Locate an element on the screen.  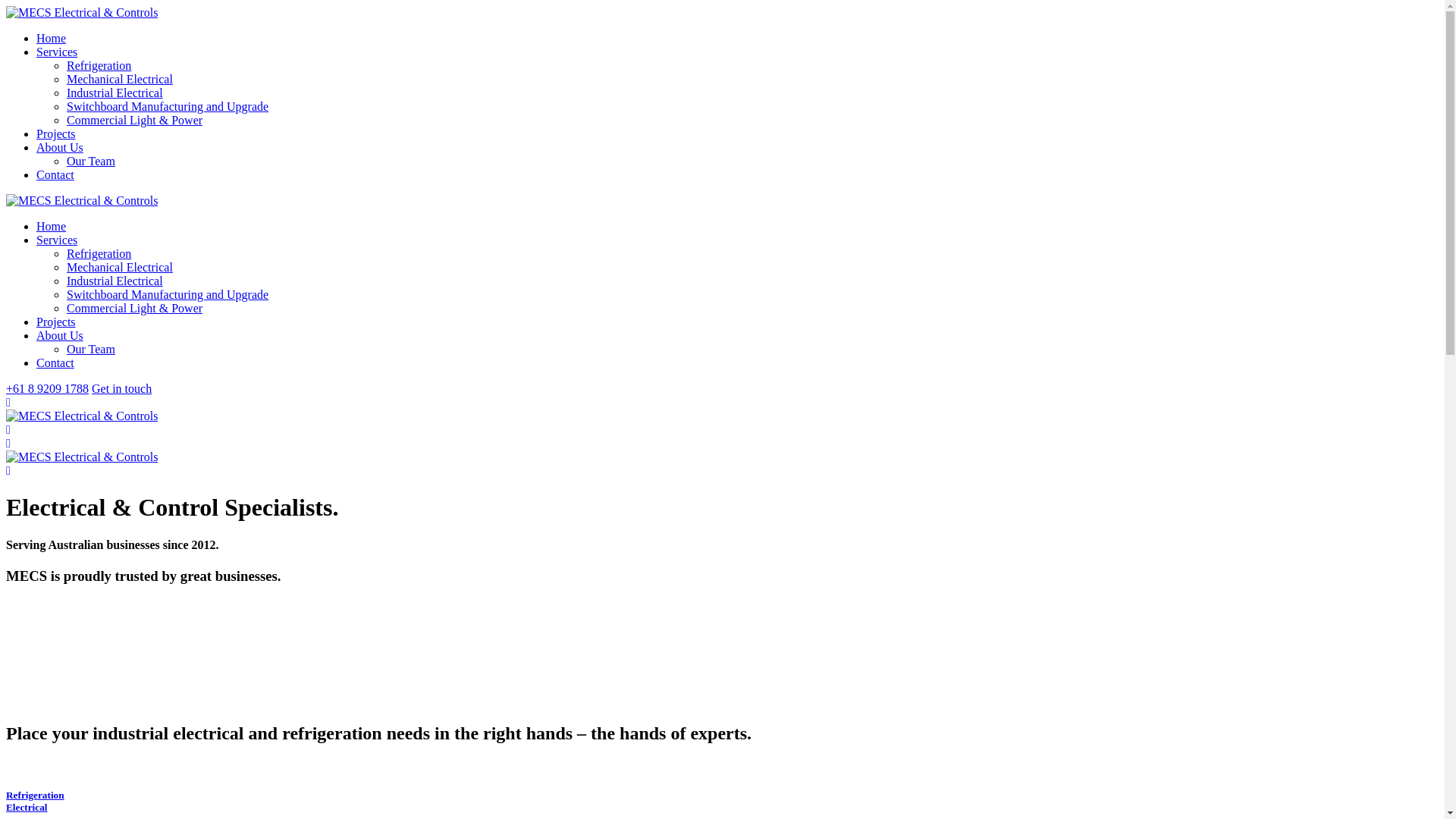
'Contact' is located at coordinates (55, 362).